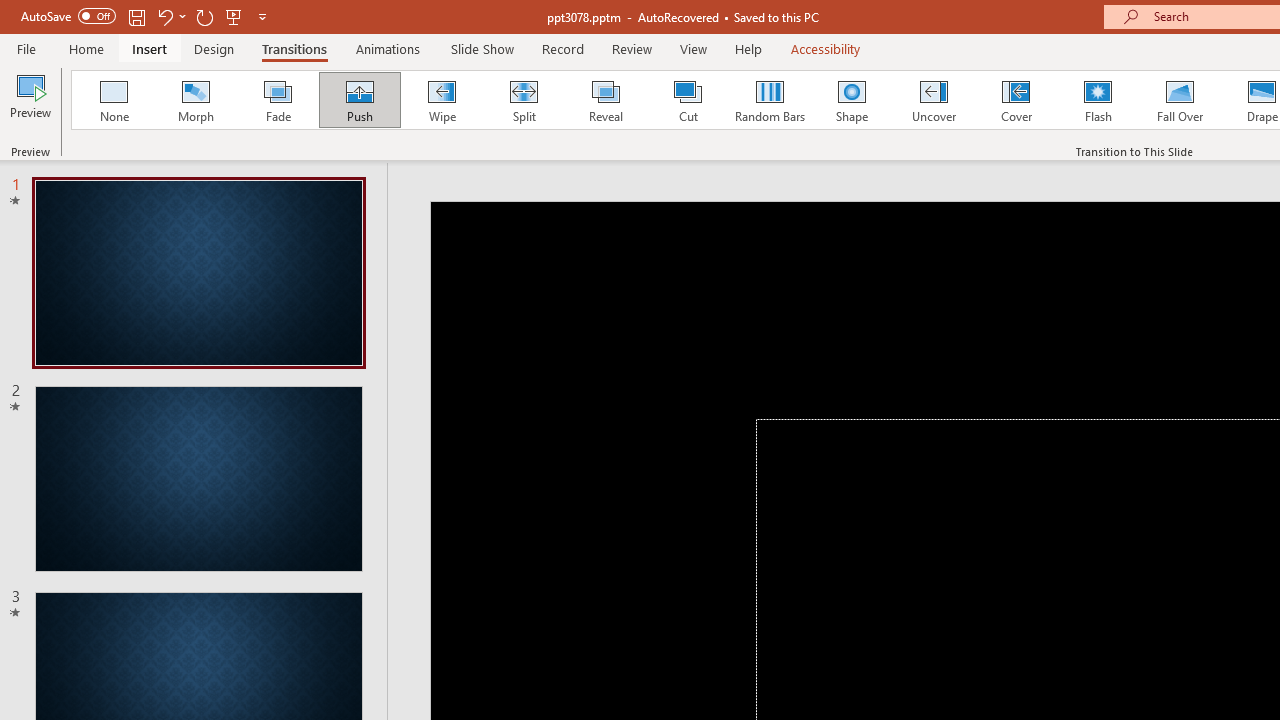 Image resolution: width=1280 pixels, height=720 pixels. I want to click on 'Split', so click(523, 100).